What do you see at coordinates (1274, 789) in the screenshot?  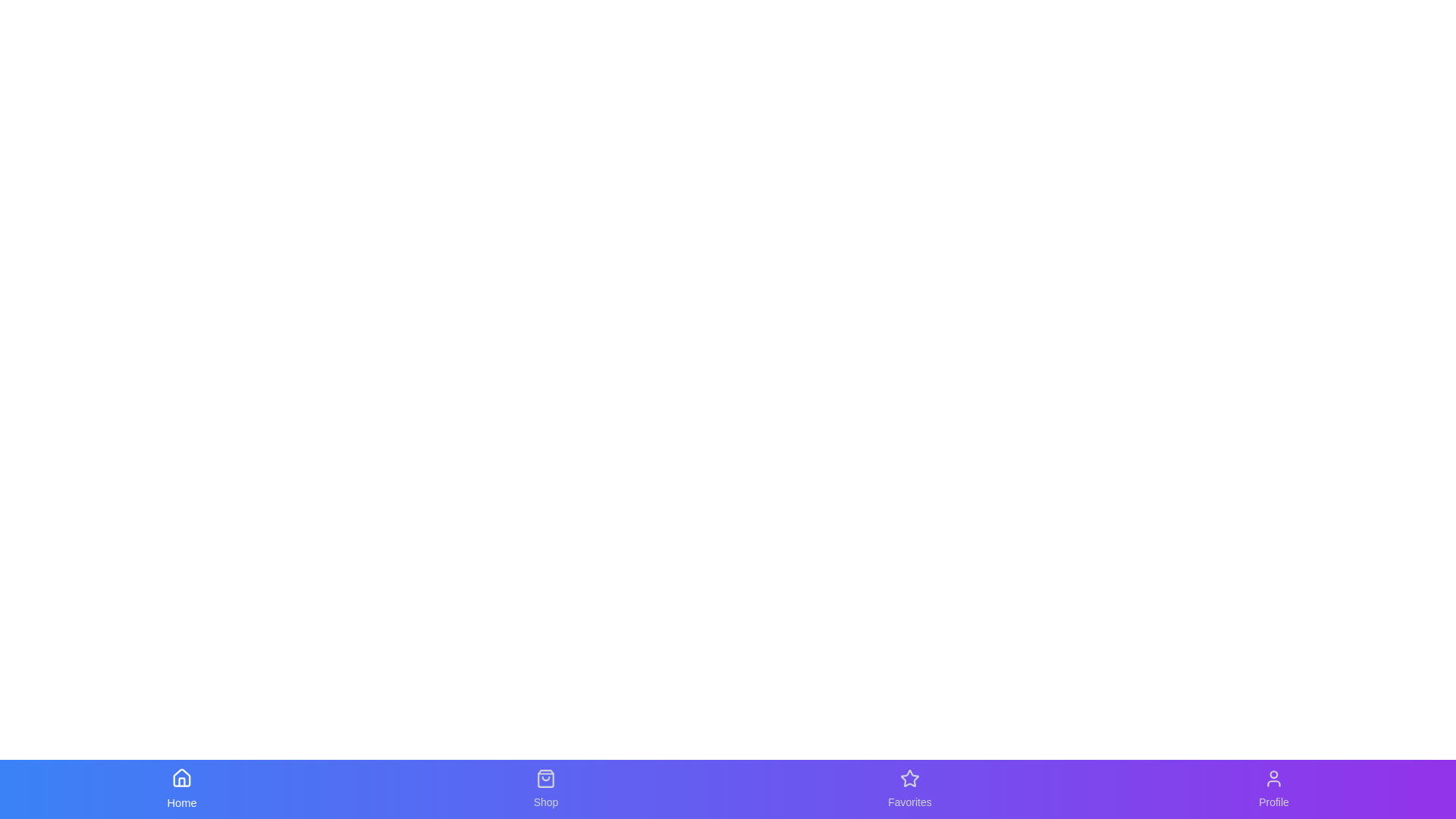 I see `the tab labeled Profile to navigate to its associated page` at bounding box center [1274, 789].